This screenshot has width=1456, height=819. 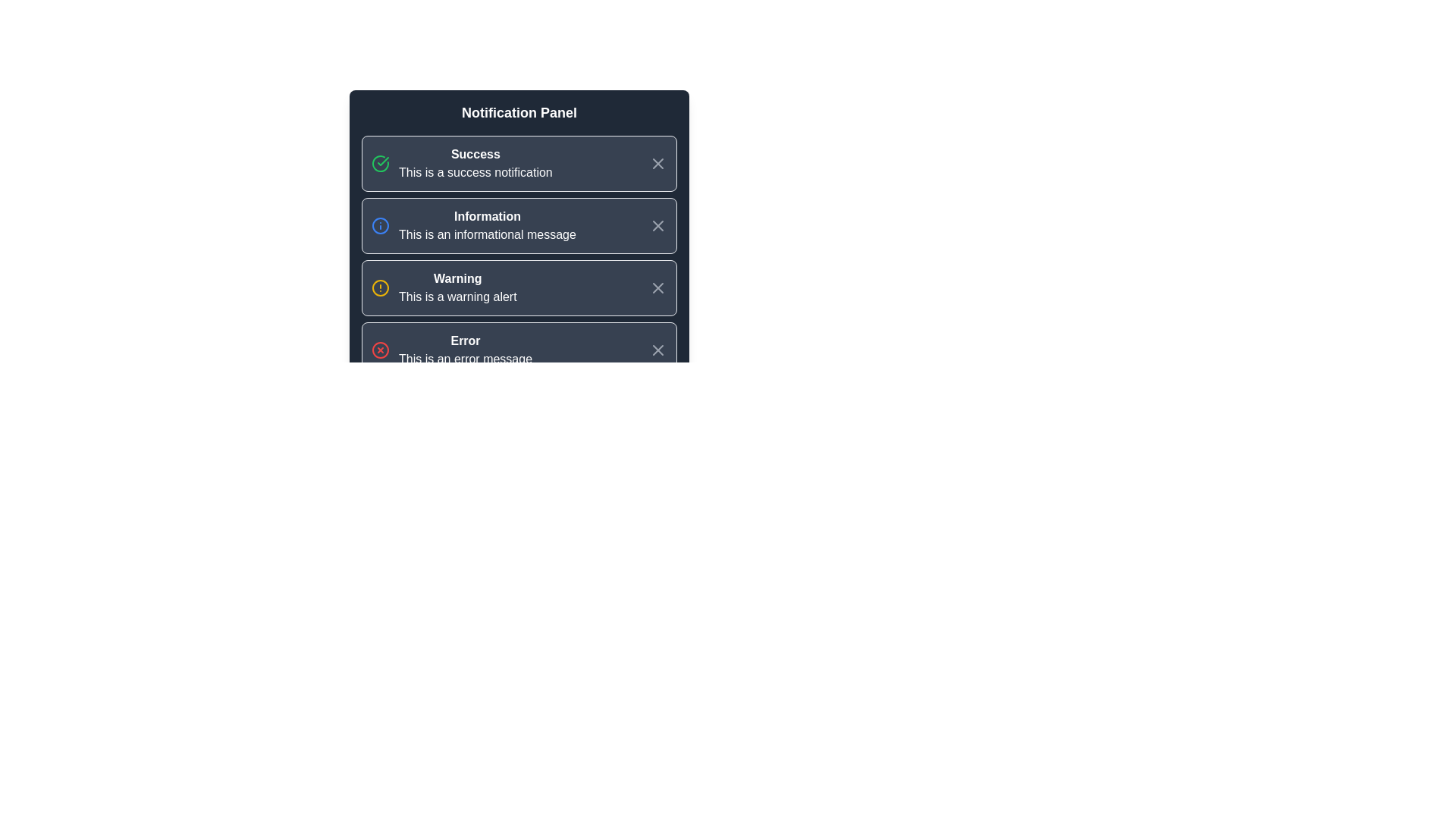 What do you see at coordinates (488, 225) in the screenshot?
I see `informational notification text content located as the second item in the notification list, situated between a 'Success' notification and a 'Warning' notification in the Notification Panel` at bounding box center [488, 225].